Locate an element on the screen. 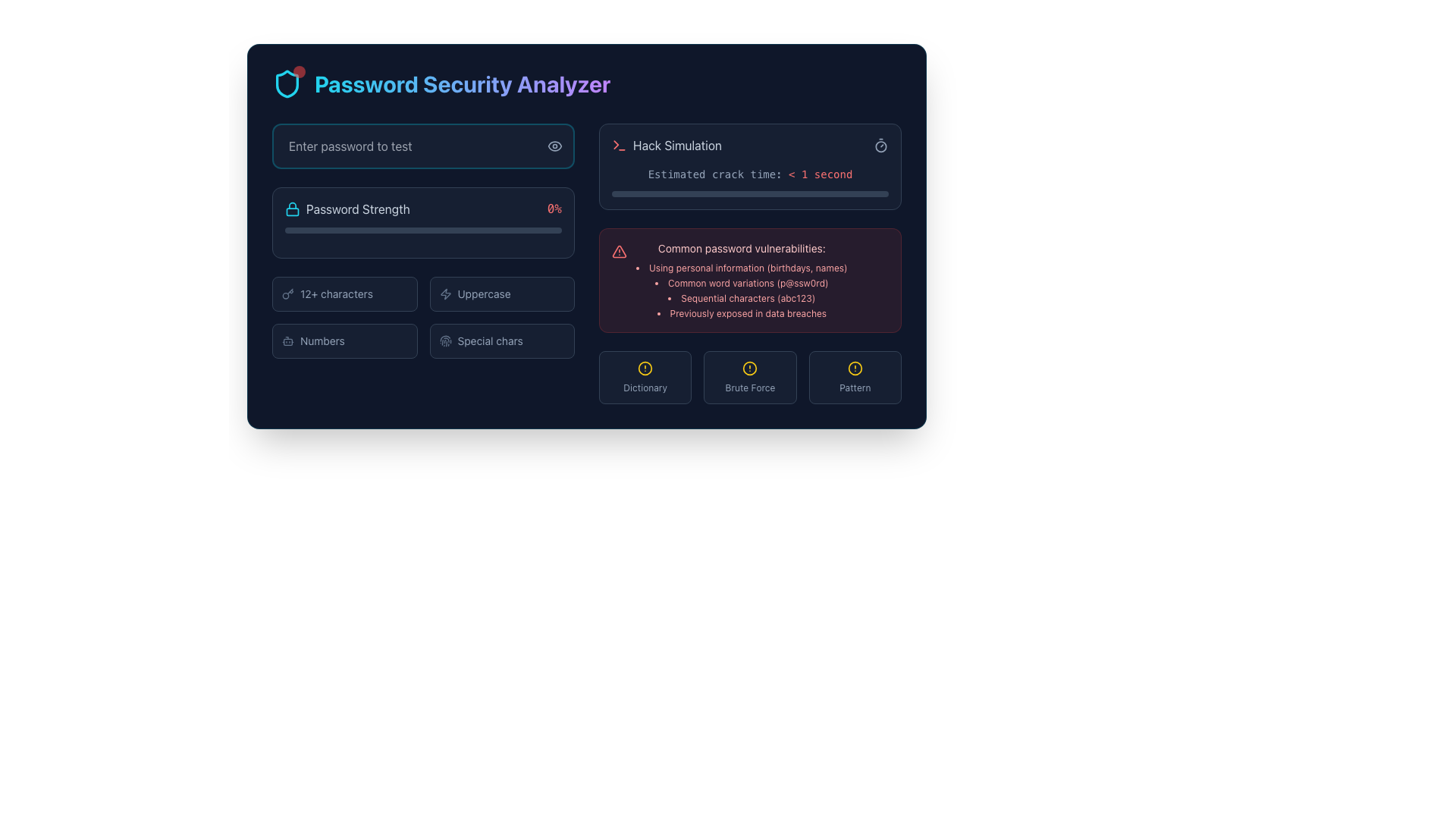 The width and height of the screenshot is (1456, 819). the label indicating the requirement for uppercase characters in the password strength checklist, which is the second item in the grid layout is located at coordinates (502, 294).